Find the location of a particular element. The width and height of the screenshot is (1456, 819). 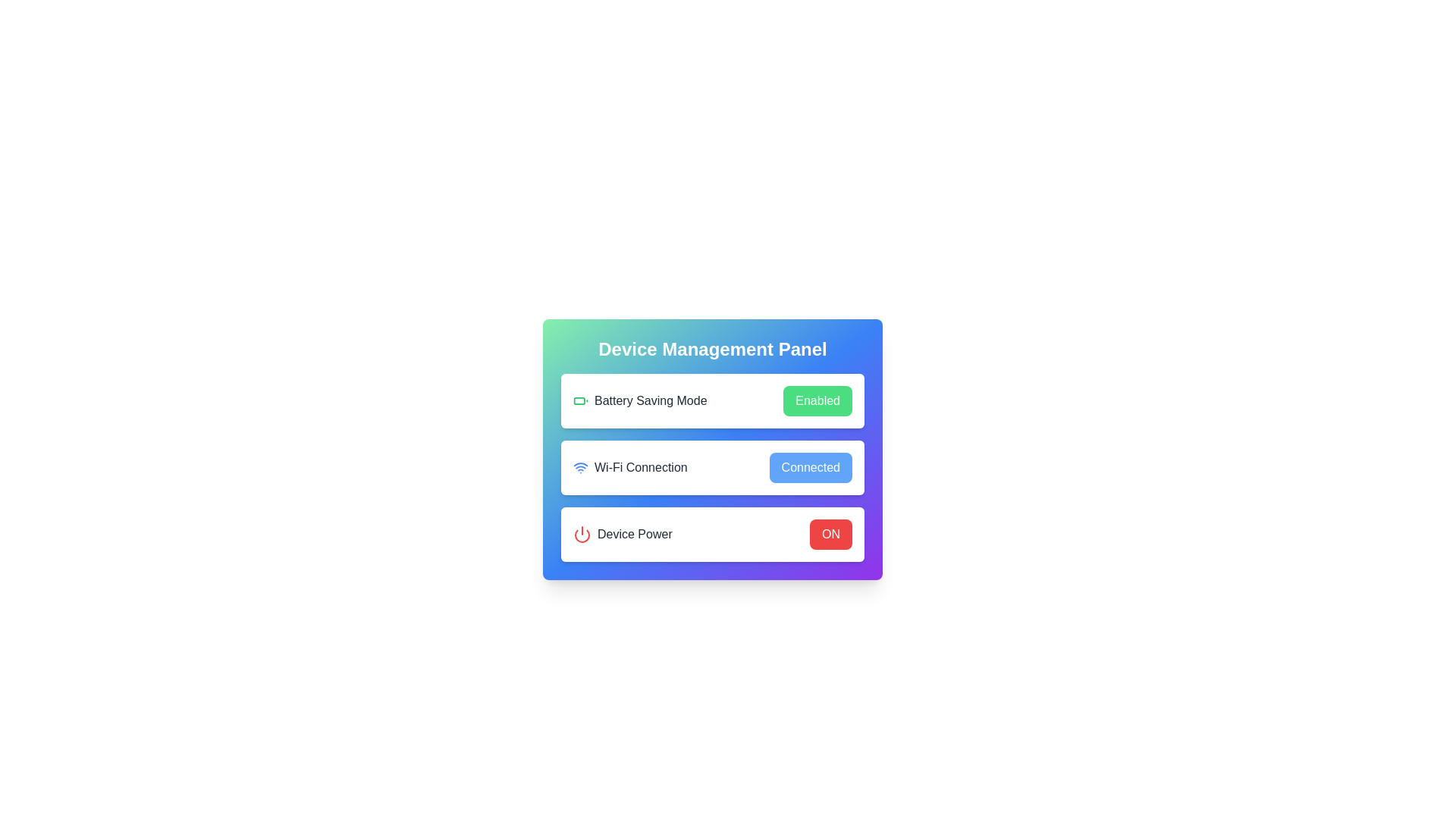

the 'Battery Saving Mode' button is located at coordinates (817, 400).